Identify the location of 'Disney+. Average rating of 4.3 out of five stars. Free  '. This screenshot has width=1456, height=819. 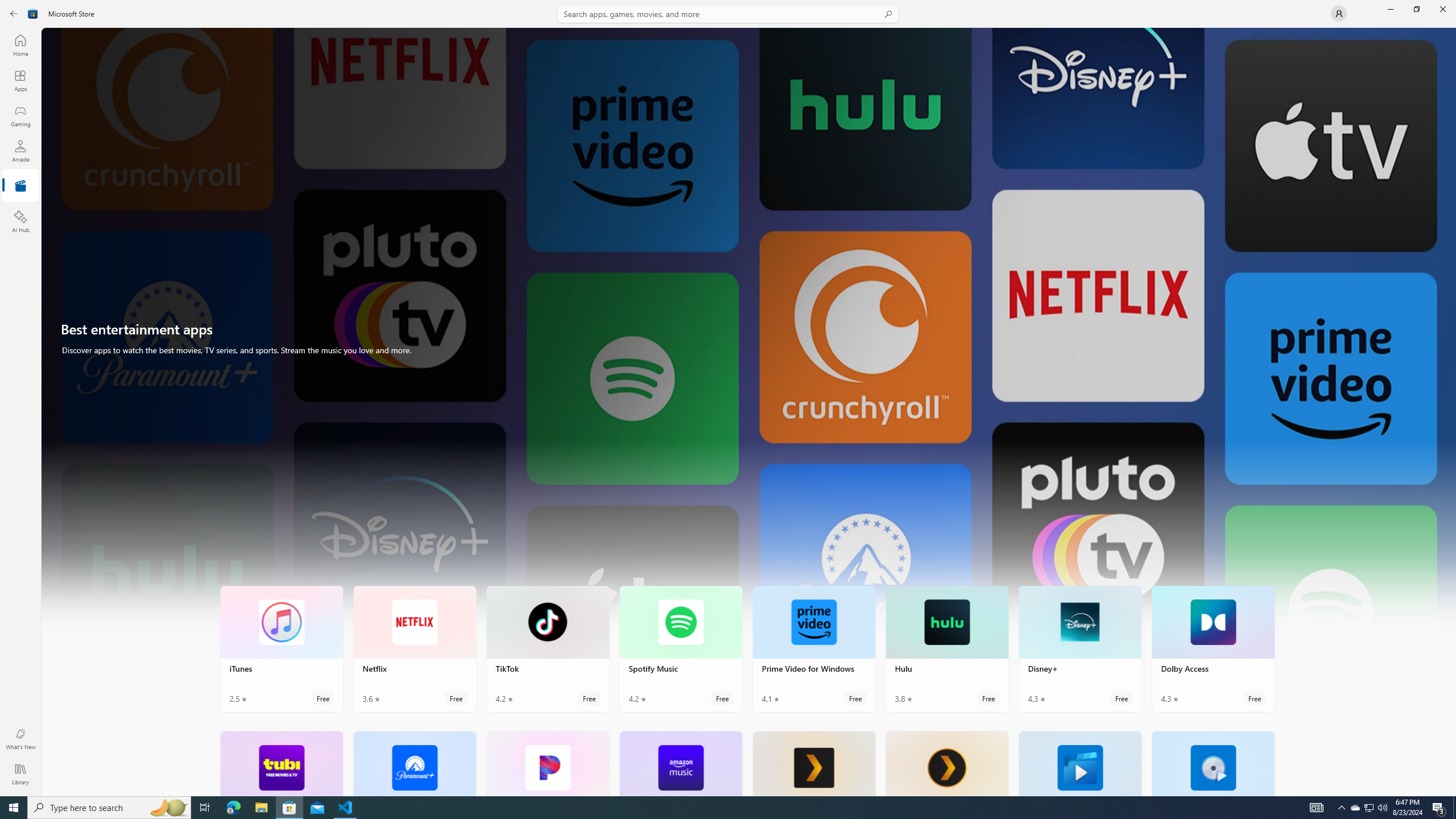
(1079, 649).